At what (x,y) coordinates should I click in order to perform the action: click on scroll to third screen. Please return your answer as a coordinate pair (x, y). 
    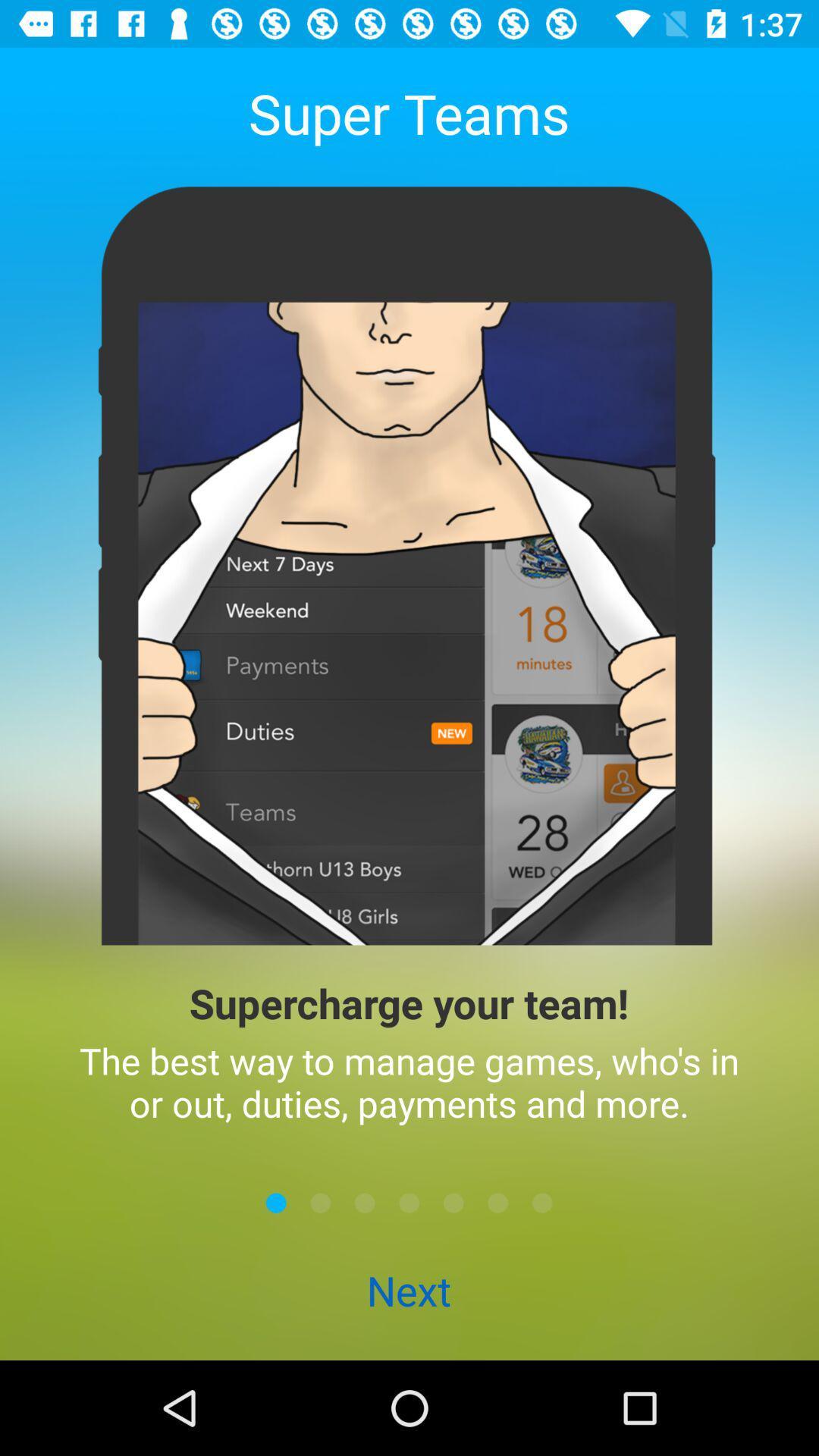
    Looking at the image, I should click on (365, 1202).